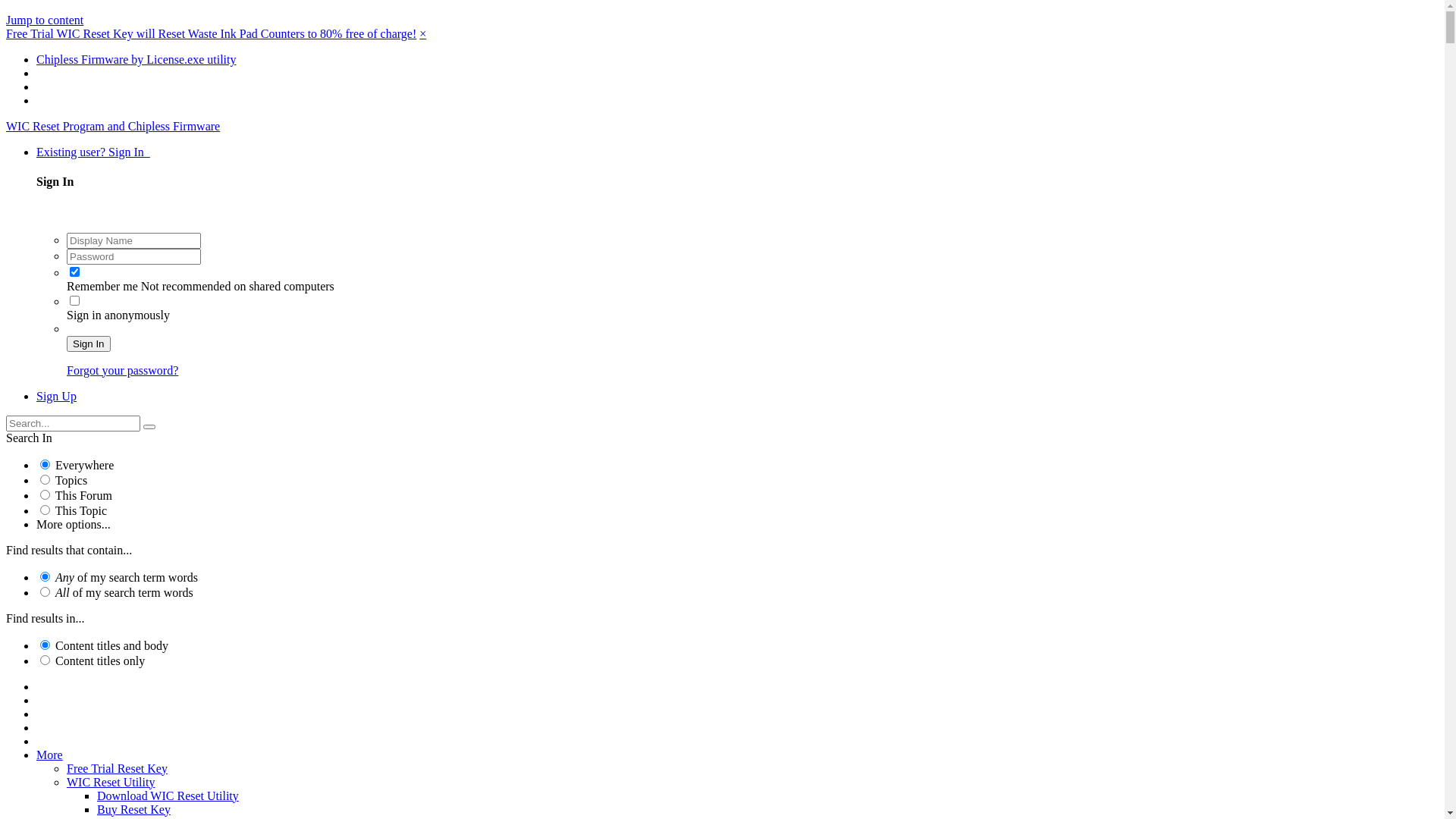  Describe the element at coordinates (96, 808) in the screenshot. I see `'Buy Reset Key'` at that location.